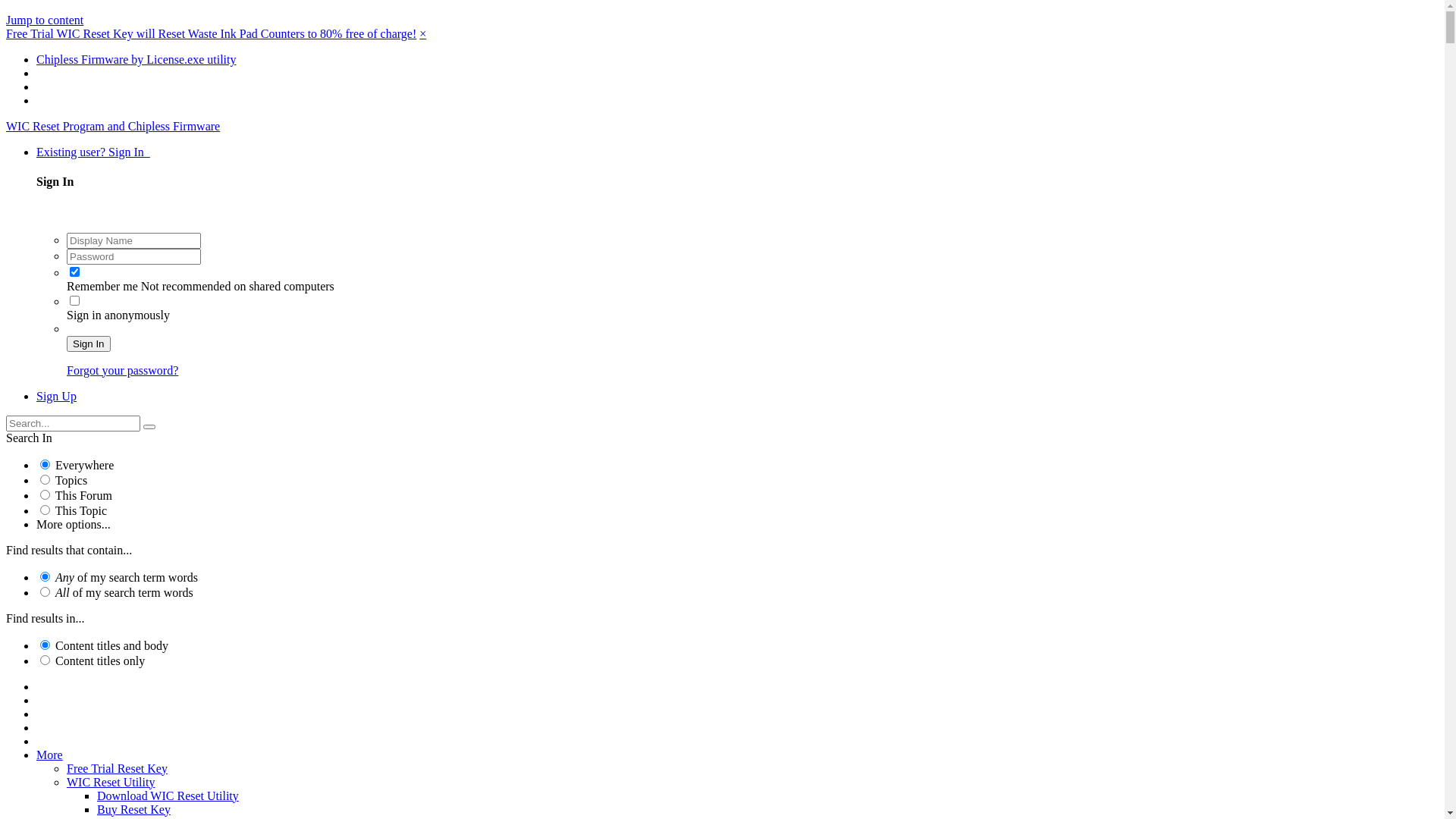  Describe the element at coordinates (96, 808) in the screenshot. I see `'Buy Reset Key'` at that location.